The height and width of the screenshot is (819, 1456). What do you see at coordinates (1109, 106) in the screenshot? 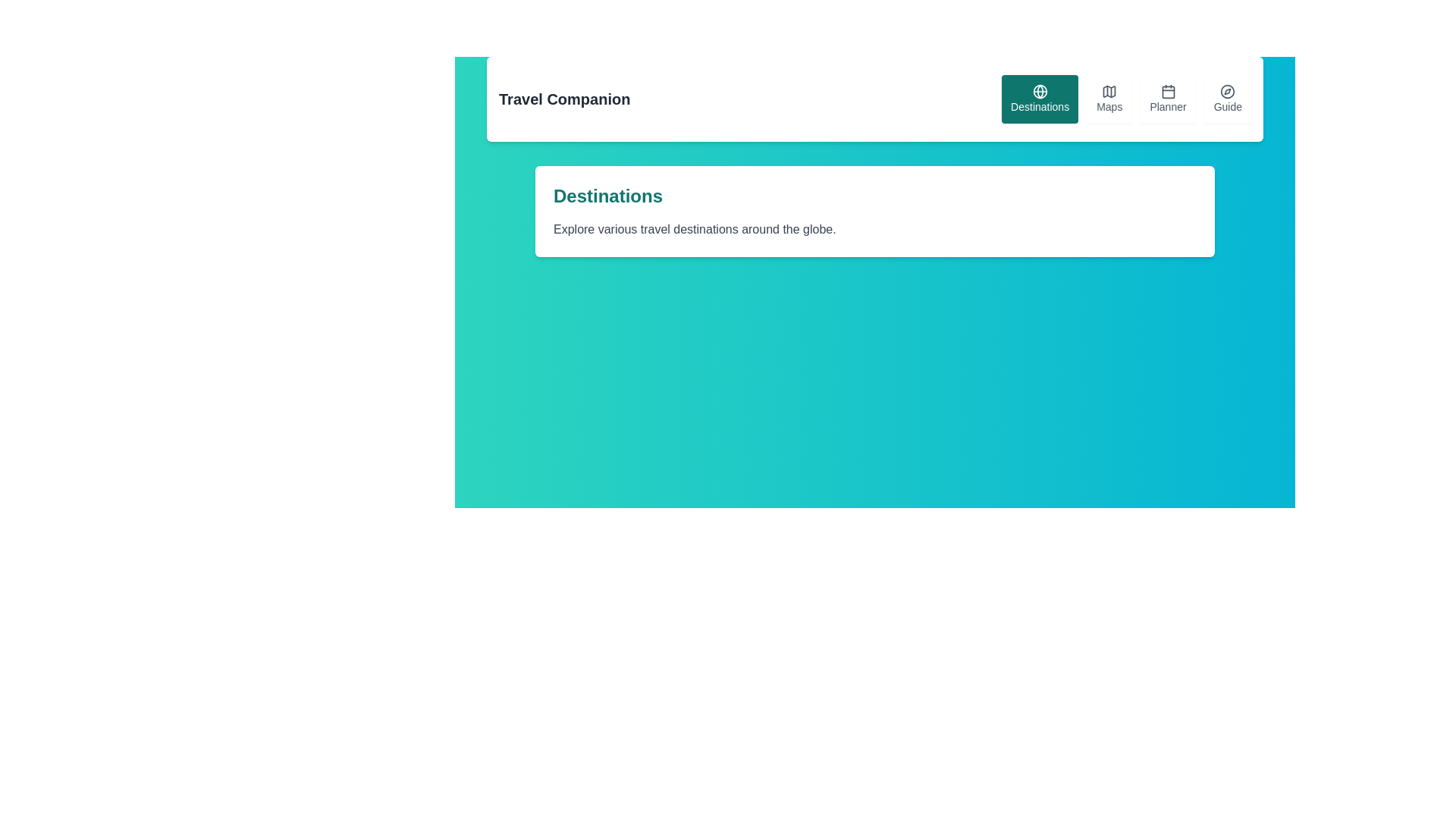
I see `the interactive button labeled 'Maps' in the navigation bar, located to the right of the 'Destinations' button and to the left of the 'Planner' button` at bounding box center [1109, 106].